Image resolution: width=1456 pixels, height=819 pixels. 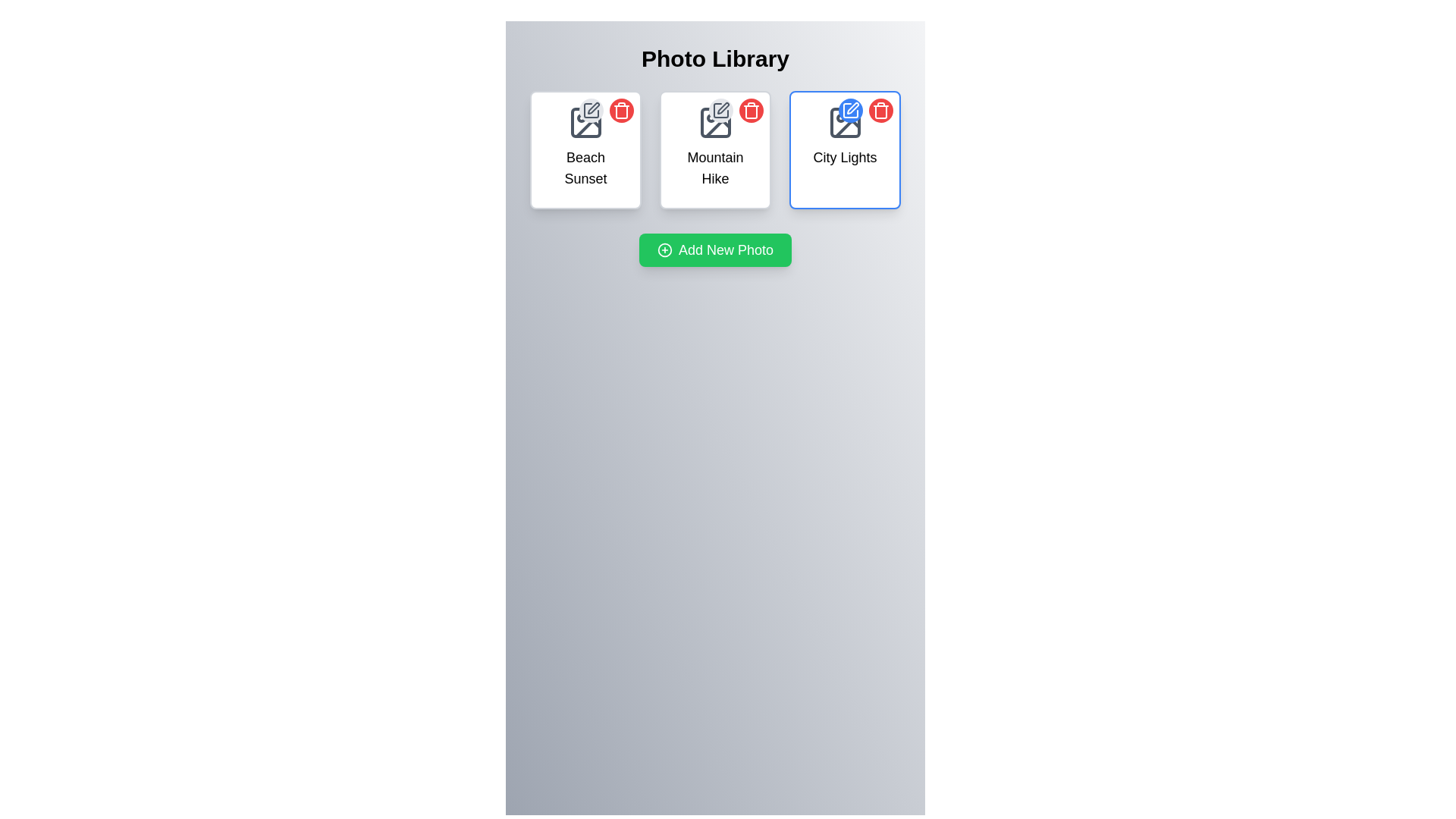 What do you see at coordinates (851, 110) in the screenshot?
I see `the distinctive outlined square icon located in the upper-right corner of the 'City Lights' card to interact with it` at bounding box center [851, 110].